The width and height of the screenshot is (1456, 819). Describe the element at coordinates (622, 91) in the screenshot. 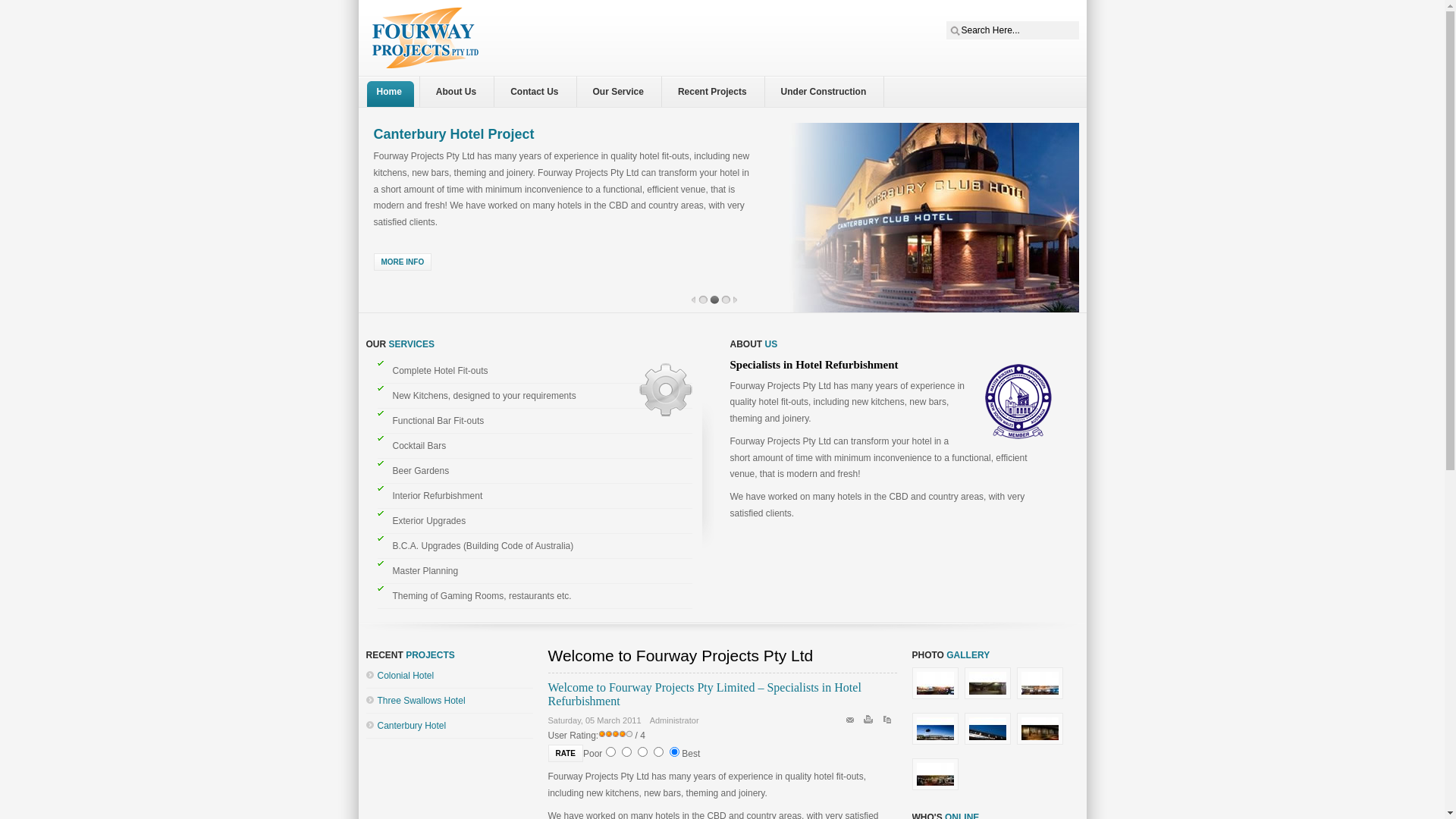

I see `'Our Service'` at that location.